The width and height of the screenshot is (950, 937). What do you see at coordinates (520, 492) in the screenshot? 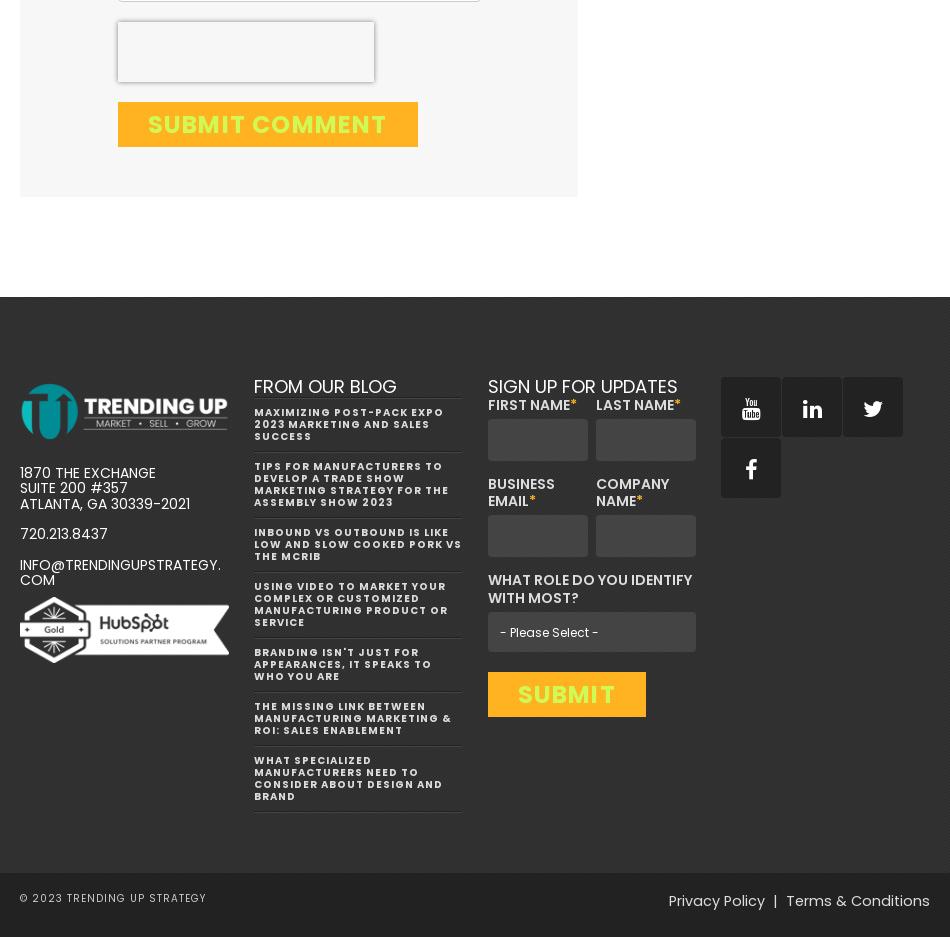
I see `'BUSINESS EMAIL'` at bounding box center [520, 492].